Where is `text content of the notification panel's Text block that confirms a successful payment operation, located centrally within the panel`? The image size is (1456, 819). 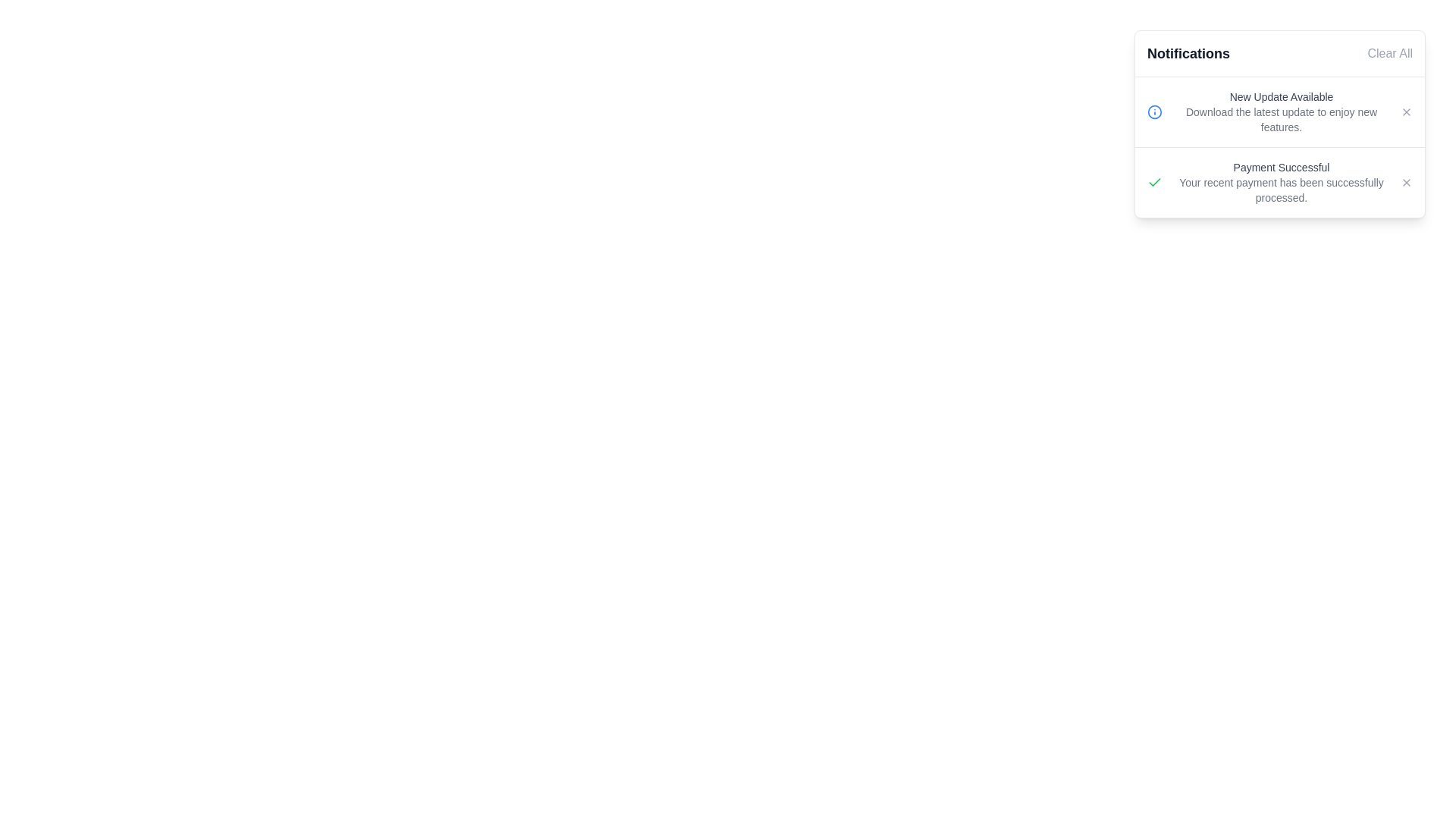
text content of the notification panel's Text block that confirms a successful payment operation, located centrally within the panel is located at coordinates (1280, 181).